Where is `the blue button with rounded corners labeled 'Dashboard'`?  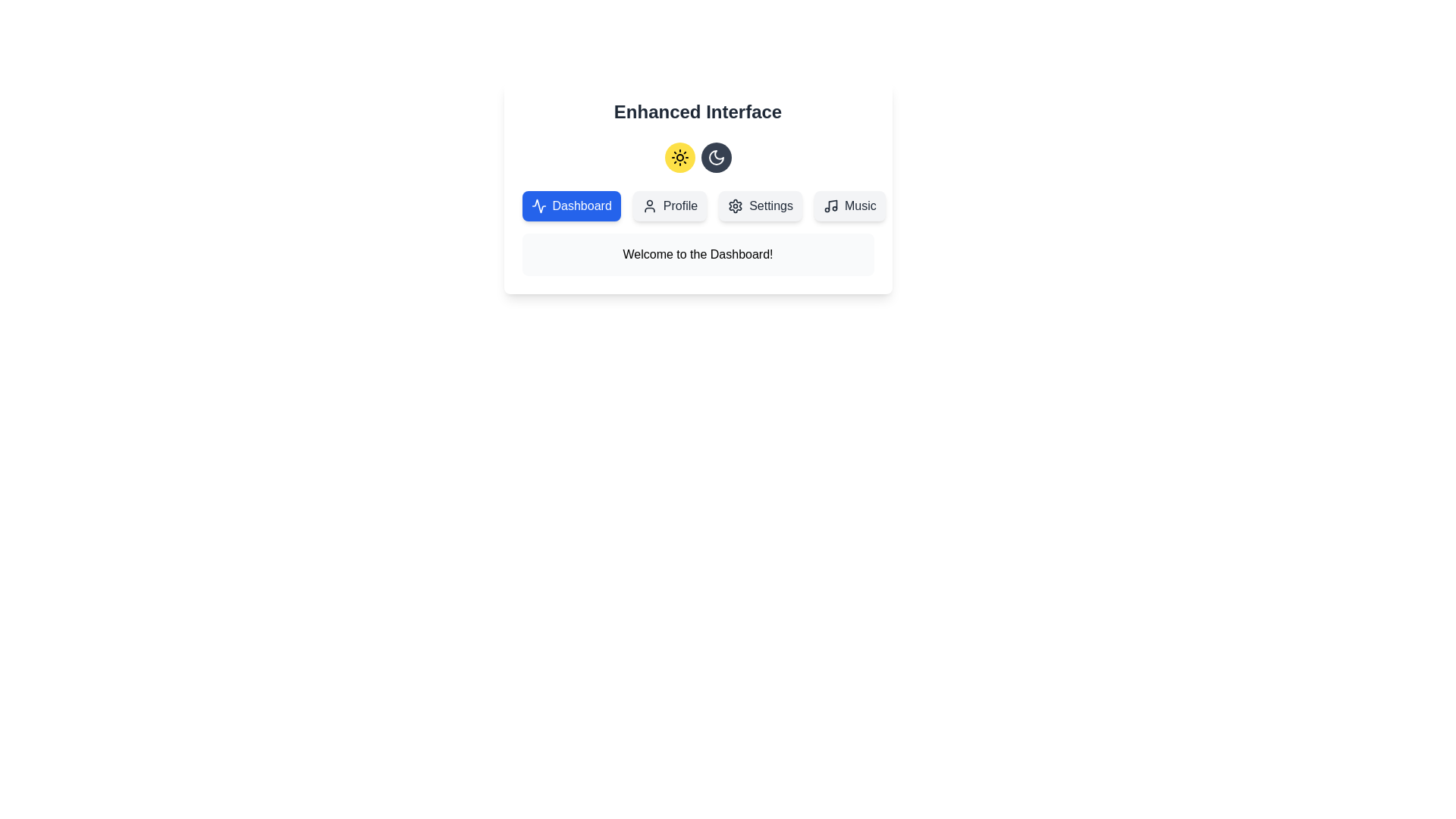
the blue button with rounded corners labeled 'Dashboard' is located at coordinates (570, 206).